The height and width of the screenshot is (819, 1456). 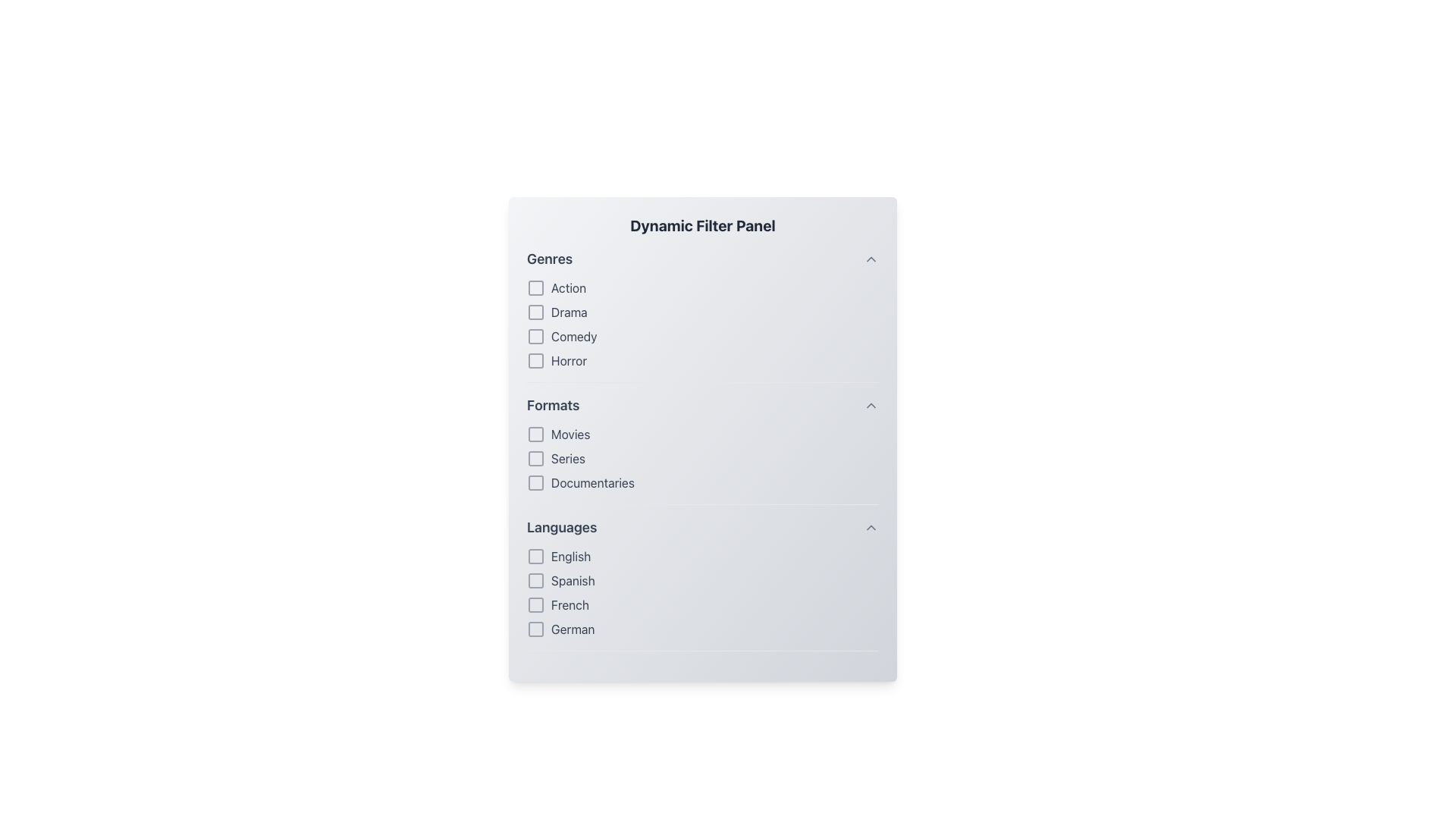 What do you see at coordinates (573, 335) in the screenshot?
I see `the descriptive label for the 'Comedy' genre checkbox, located near the upper portion of the panel` at bounding box center [573, 335].